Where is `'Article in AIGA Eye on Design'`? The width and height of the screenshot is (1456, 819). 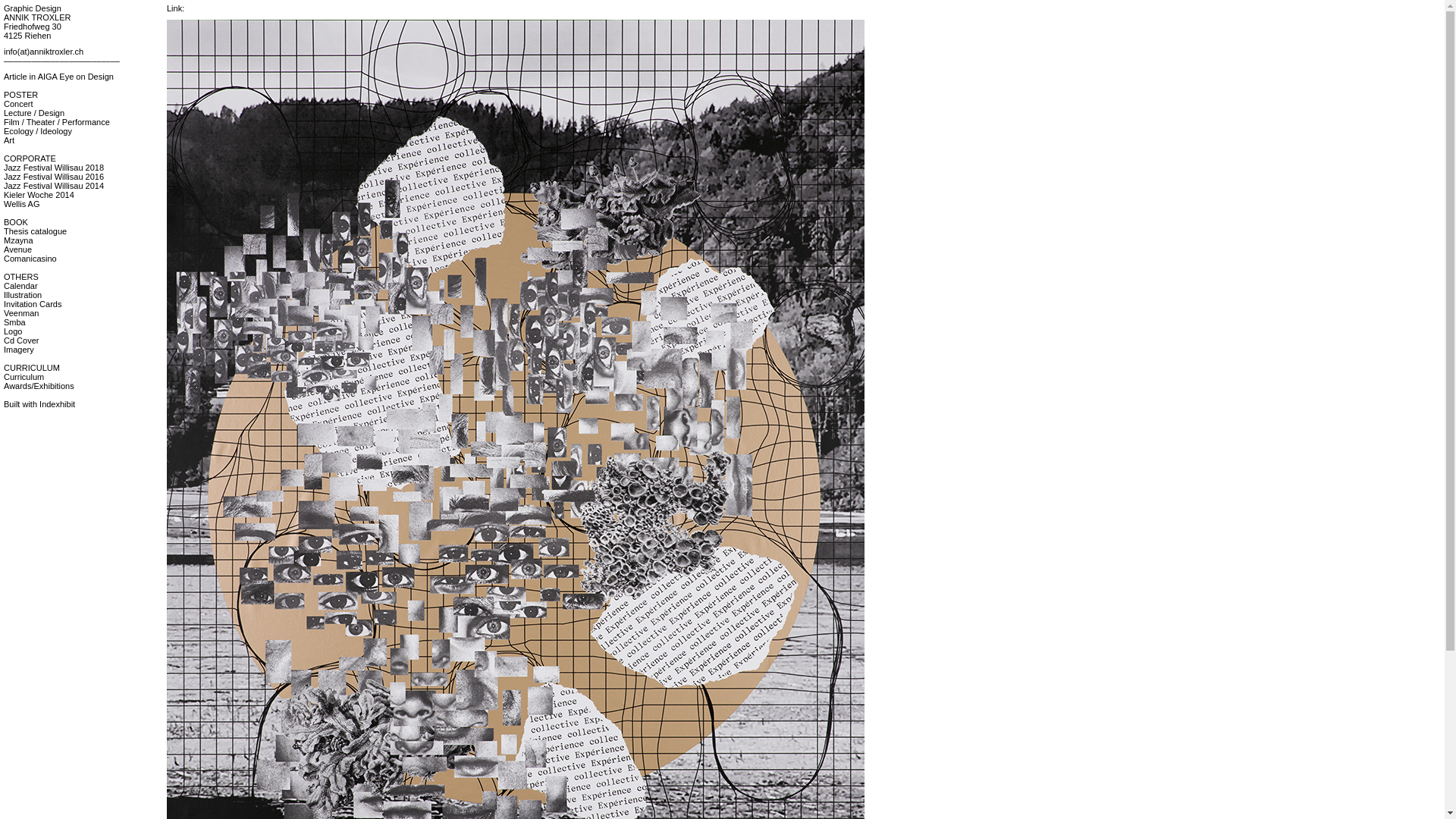
'Article in AIGA Eye on Design' is located at coordinates (3, 76).